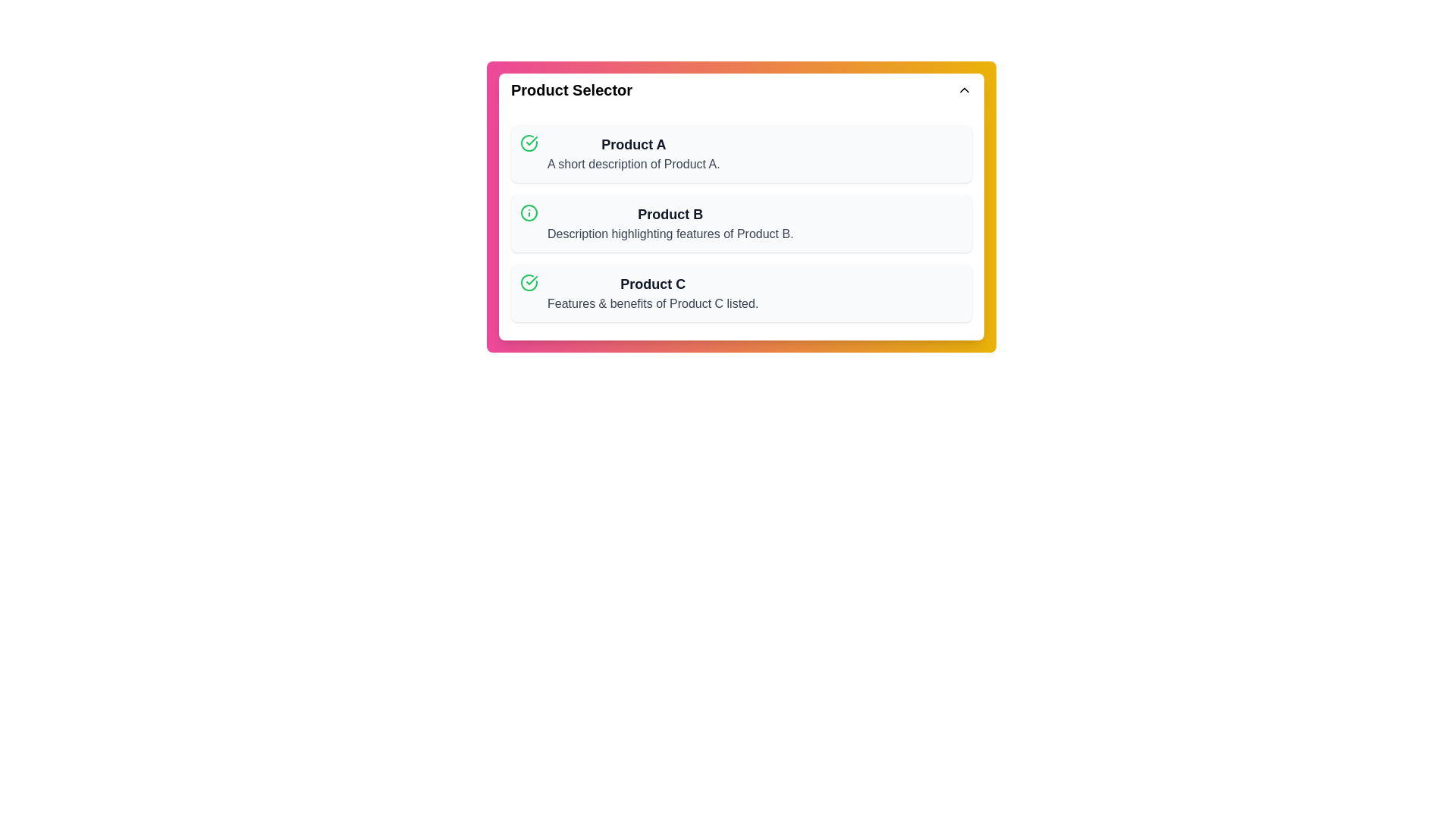 The height and width of the screenshot is (819, 1456). I want to click on the icon associated with Product A, so click(529, 143).